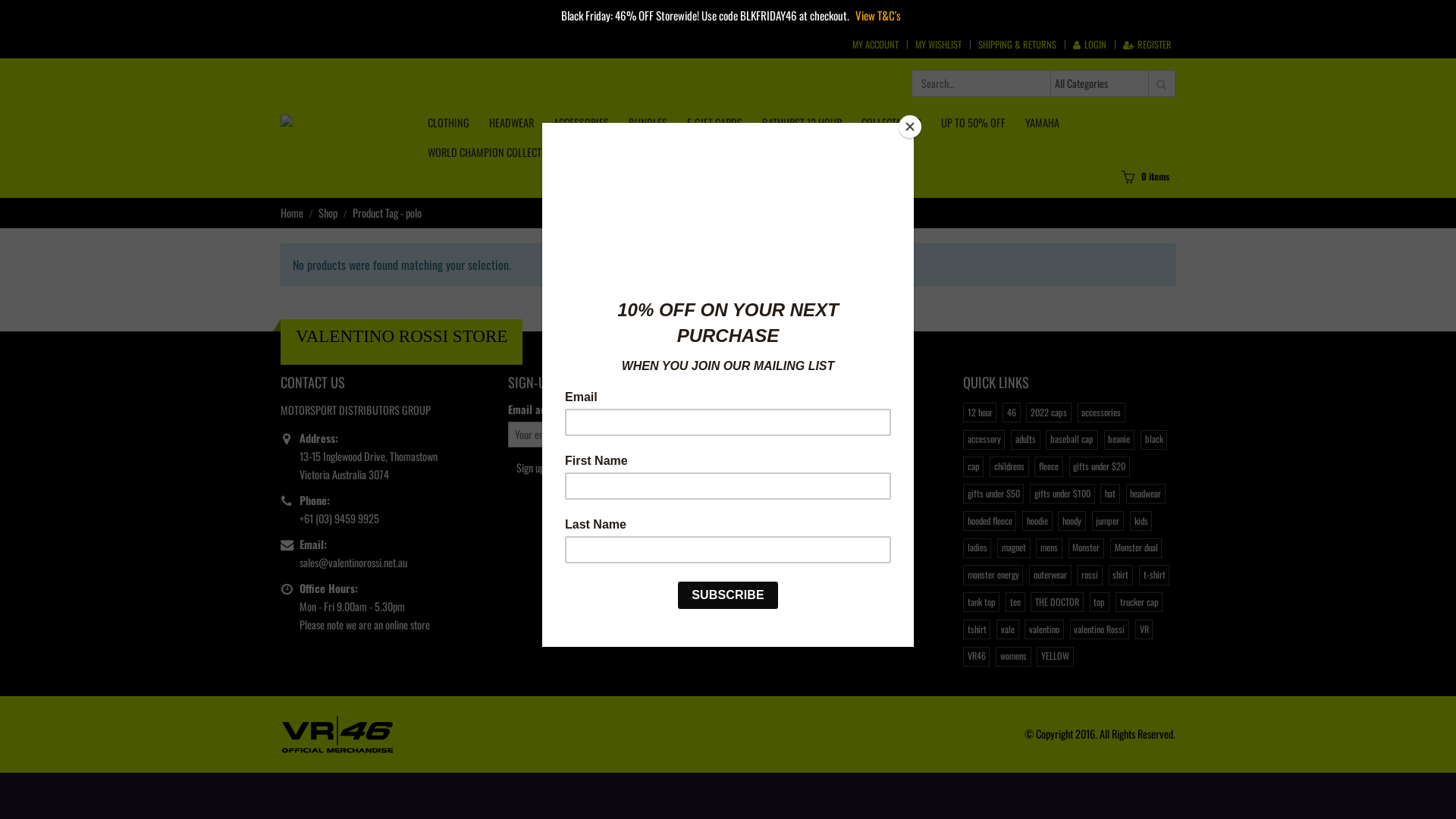  What do you see at coordinates (1047, 412) in the screenshot?
I see `'2022 caps'` at bounding box center [1047, 412].